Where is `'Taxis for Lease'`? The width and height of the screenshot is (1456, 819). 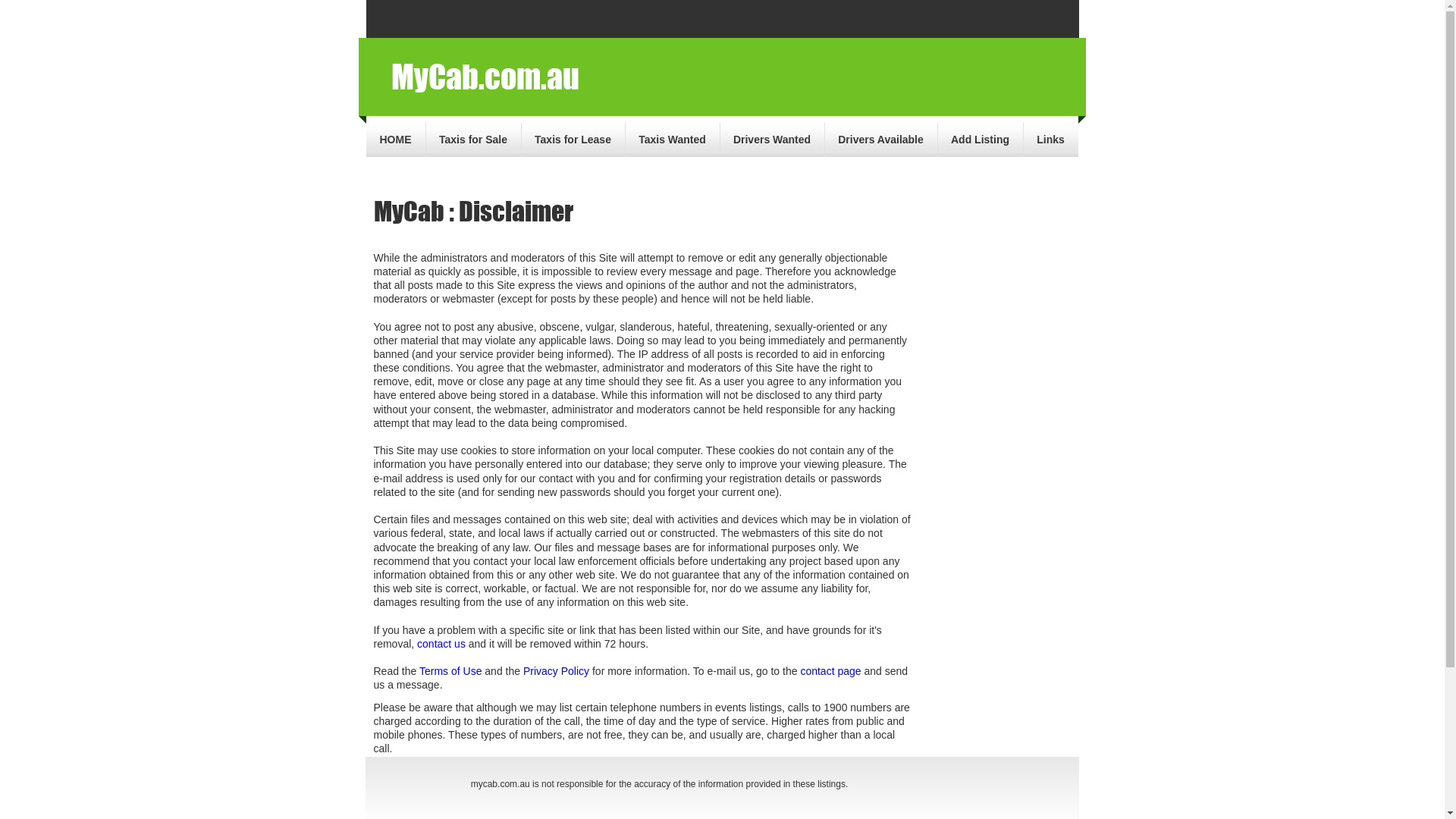 'Taxis for Lease' is located at coordinates (521, 140).